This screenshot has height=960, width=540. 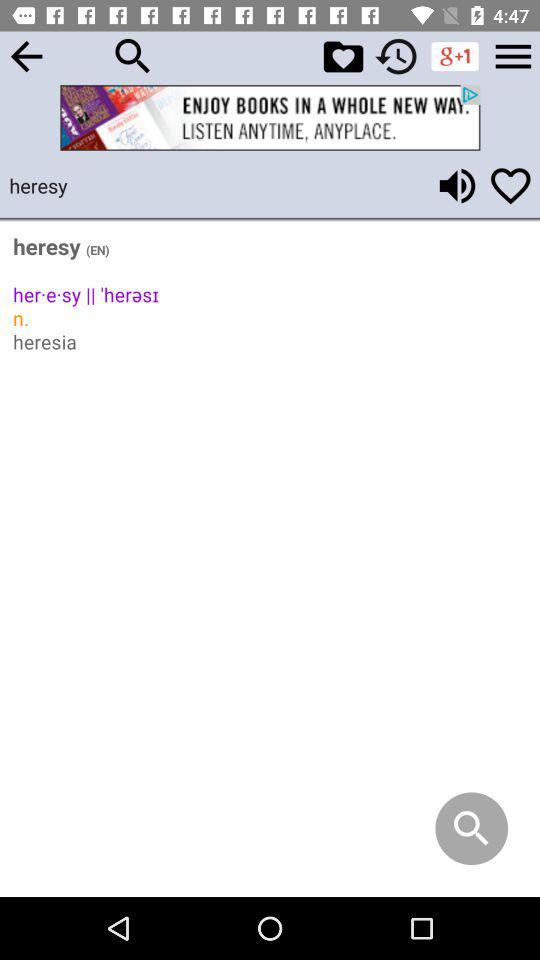 I want to click on search option, so click(x=133, y=55).